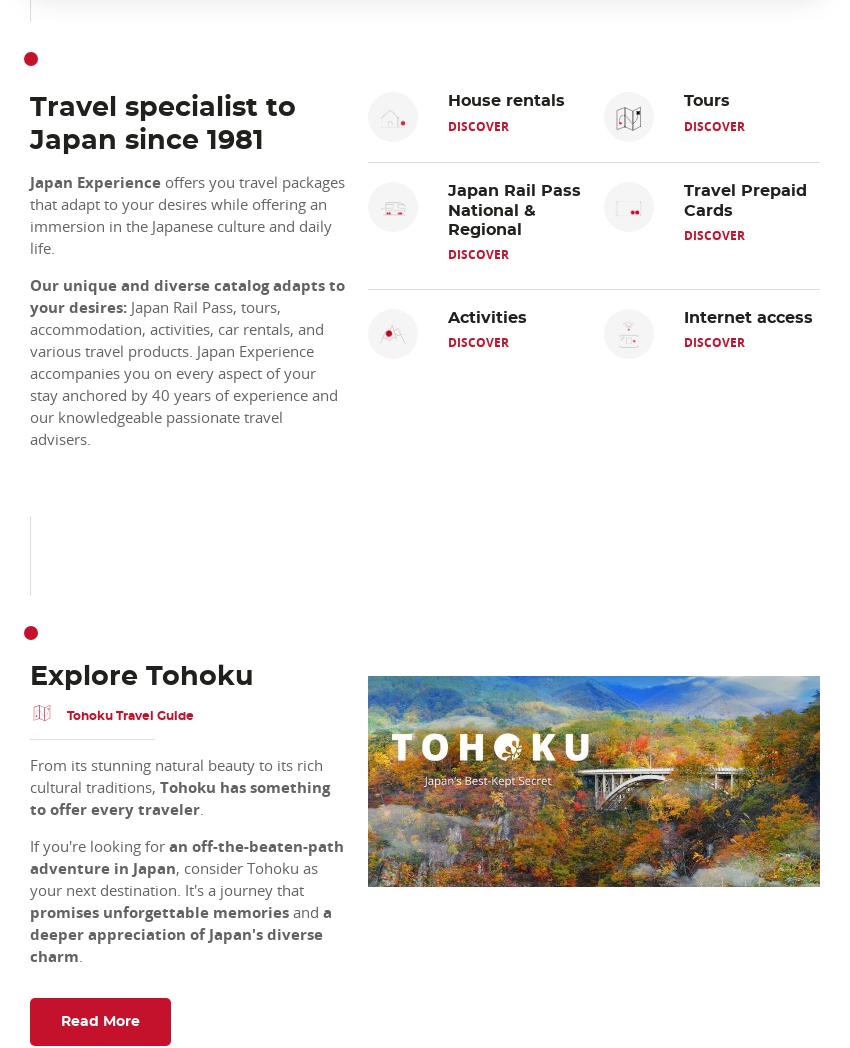 The width and height of the screenshot is (850, 1048). What do you see at coordinates (29, 675) in the screenshot?
I see `'Explore Tohoku'` at bounding box center [29, 675].